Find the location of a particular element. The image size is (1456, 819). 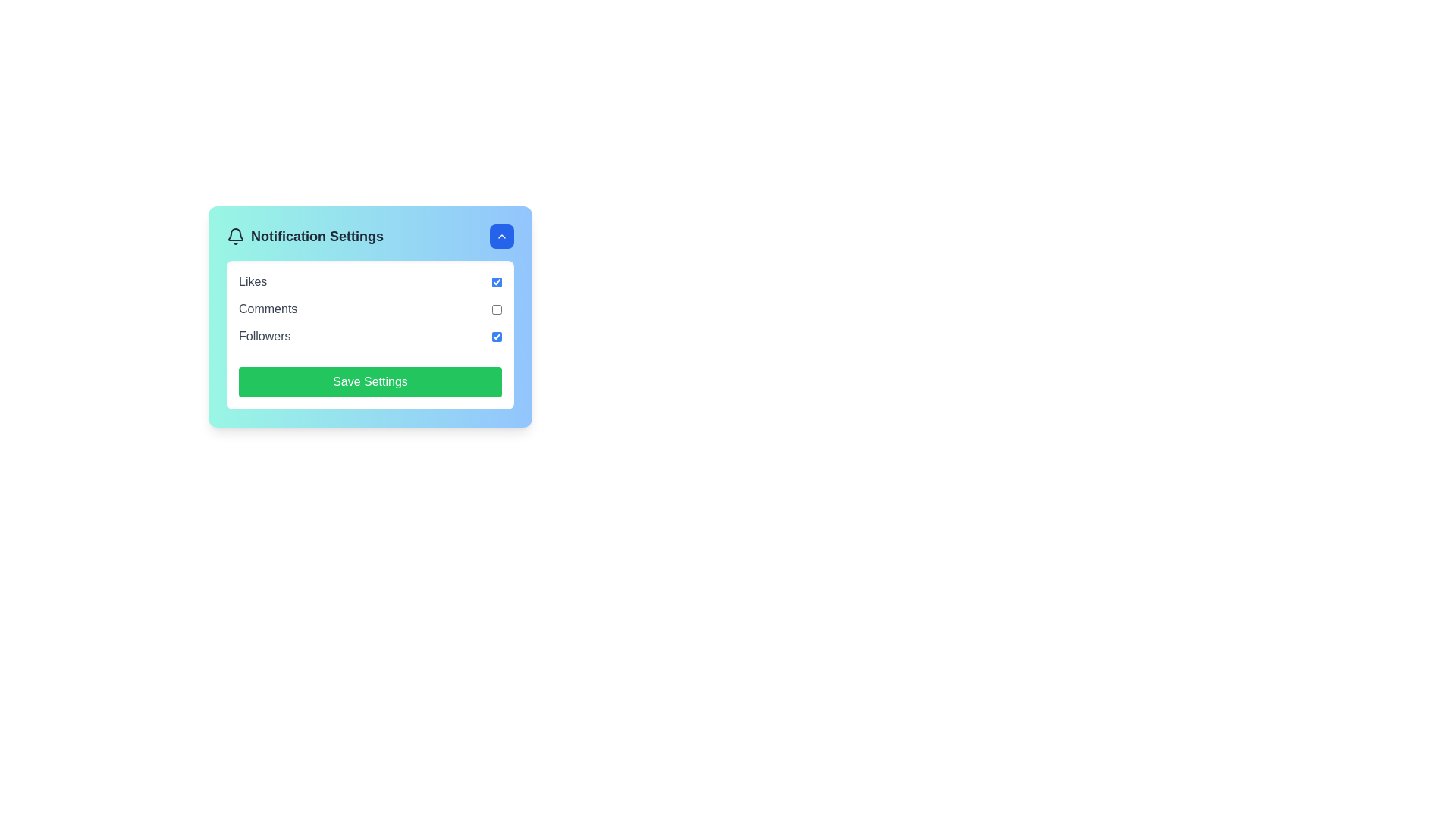

the 'Notification Settings' header which features a bold title and a bell icon, located at the top of the dialog box is located at coordinates (370, 237).